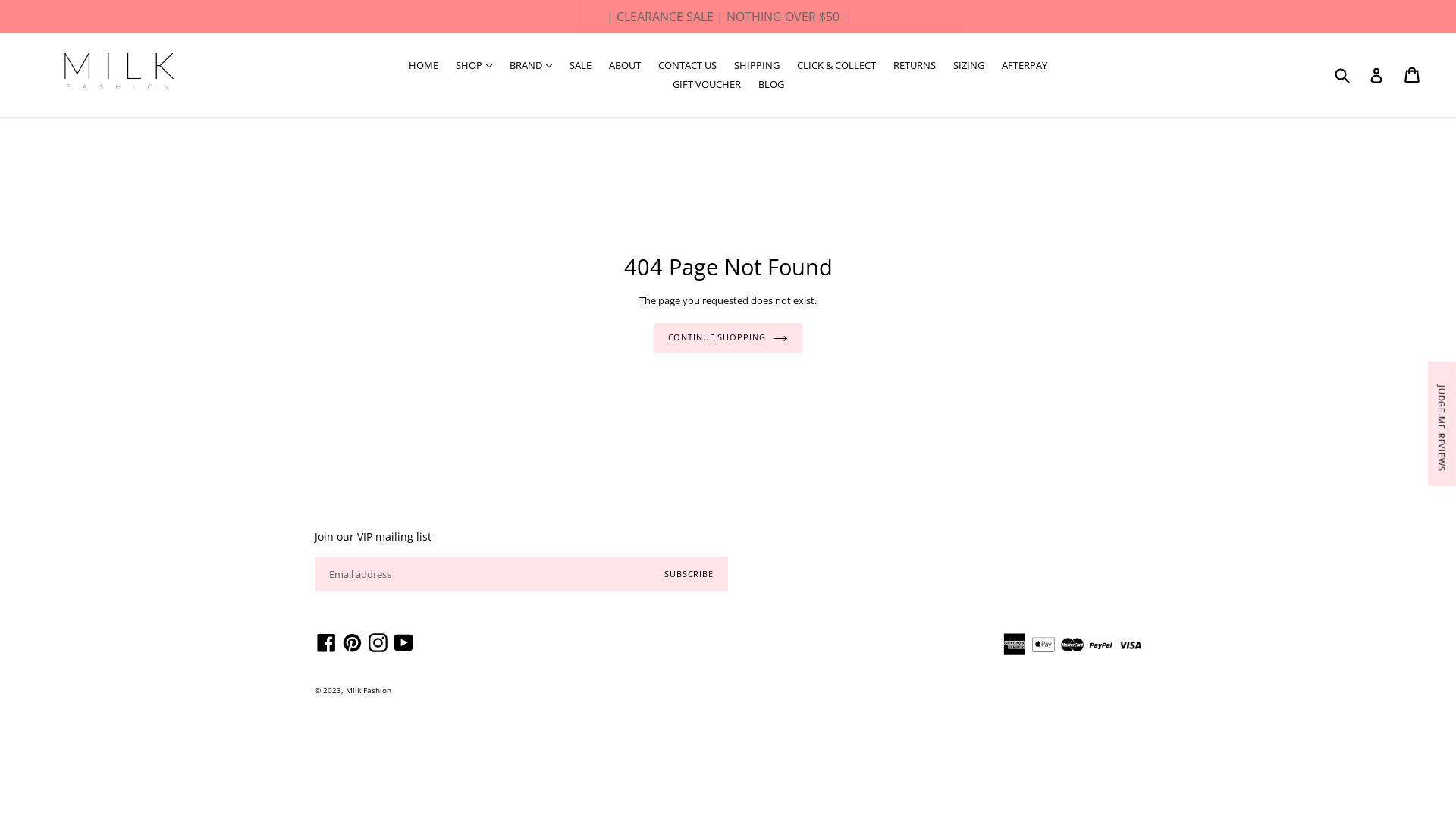 Image resolution: width=1456 pixels, height=819 pixels. What do you see at coordinates (771, 84) in the screenshot?
I see `'BLOG'` at bounding box center [771, 84].